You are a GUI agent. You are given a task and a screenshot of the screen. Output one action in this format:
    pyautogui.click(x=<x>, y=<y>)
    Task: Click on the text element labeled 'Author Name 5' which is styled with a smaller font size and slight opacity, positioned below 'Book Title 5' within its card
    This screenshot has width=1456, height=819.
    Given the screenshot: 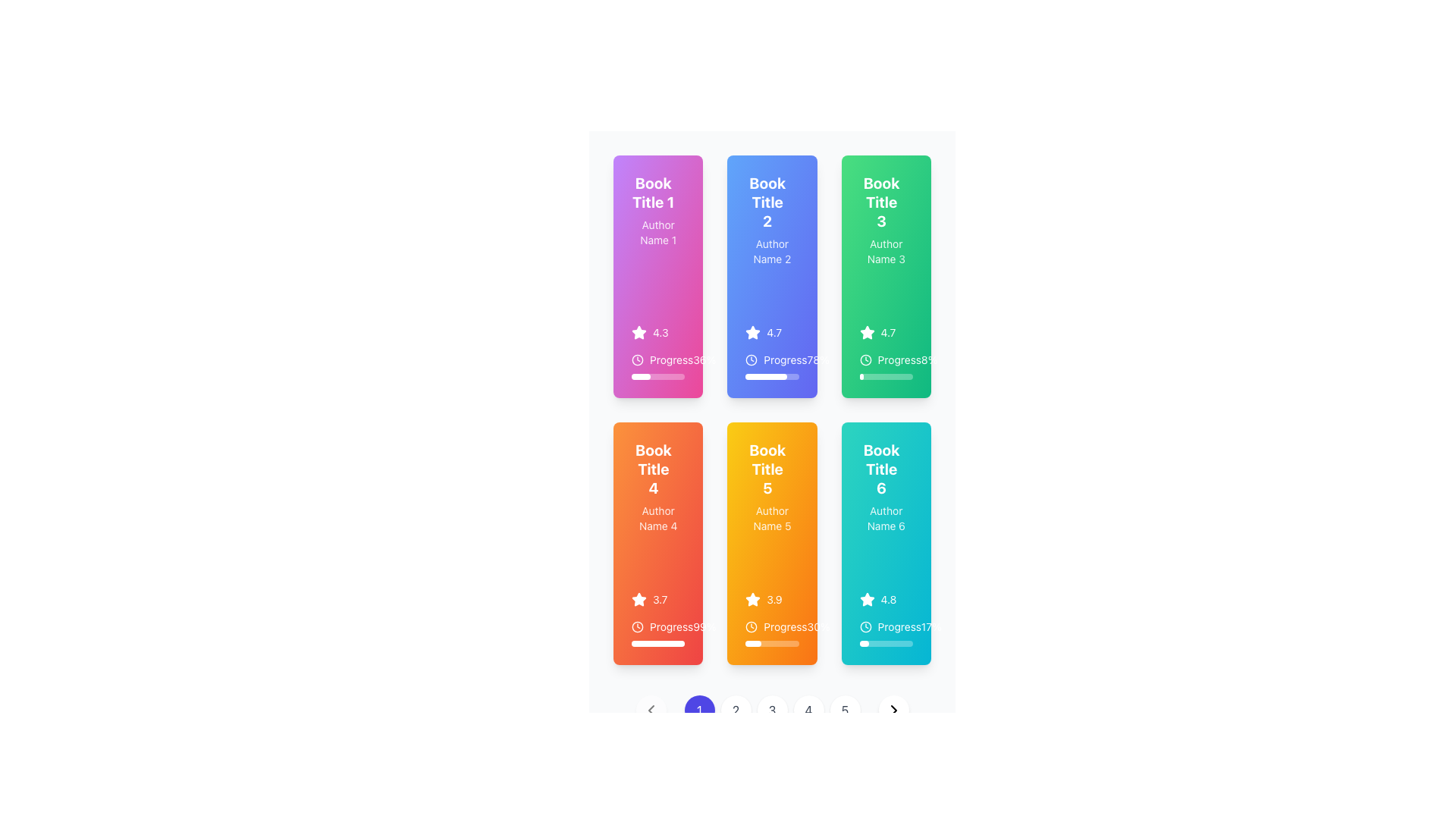 What is the action you would take?
    pyautogui.click(x=772, y=517)
    